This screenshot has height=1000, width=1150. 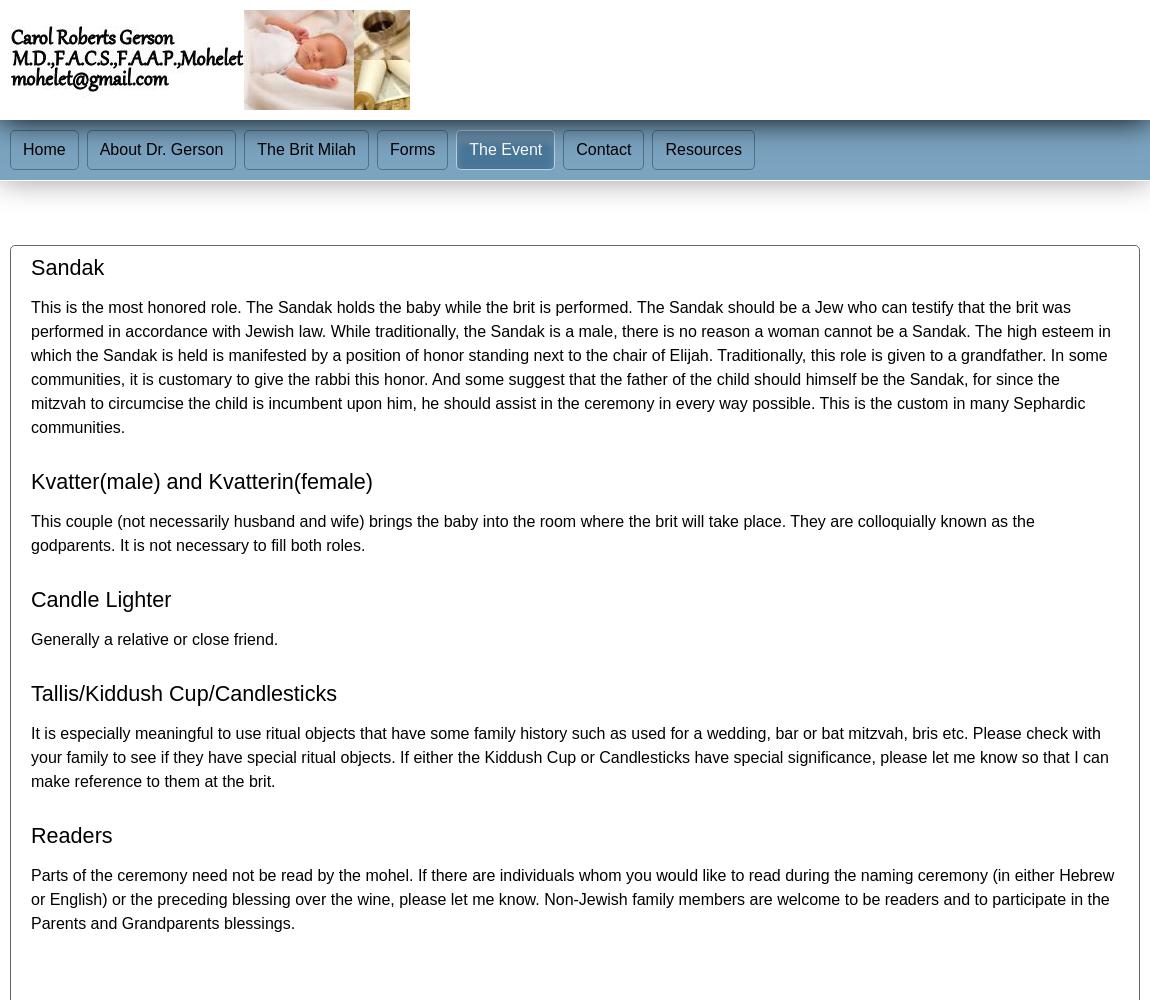 What do you see at coordinates (570, 366) in the screenshot?
I see `'This is the most honored role. The Sandak holds the baby while the brit is performed. The Sandak should be a Jew who can testify that the brit was performed in accordance with Jewish law. While traditionally, the Sandak is a male, there is no reason a woman cannot be a Sandak. The high esteem in which the Sandak is held is manifested by a position of honor standing next to the chair of Elijah. Traditionally, this role is given to a grandfather. In some communities, it is customary to give the rabbi this honor. And some suggest that the father of the child should himself be the Sandak, for since the mitzvah to circumcise the child is incumbent upon him, he should assist in the ceremony in every way possible. This is the custom in many Sephardic communities.'` at bounding box center [570, 366].